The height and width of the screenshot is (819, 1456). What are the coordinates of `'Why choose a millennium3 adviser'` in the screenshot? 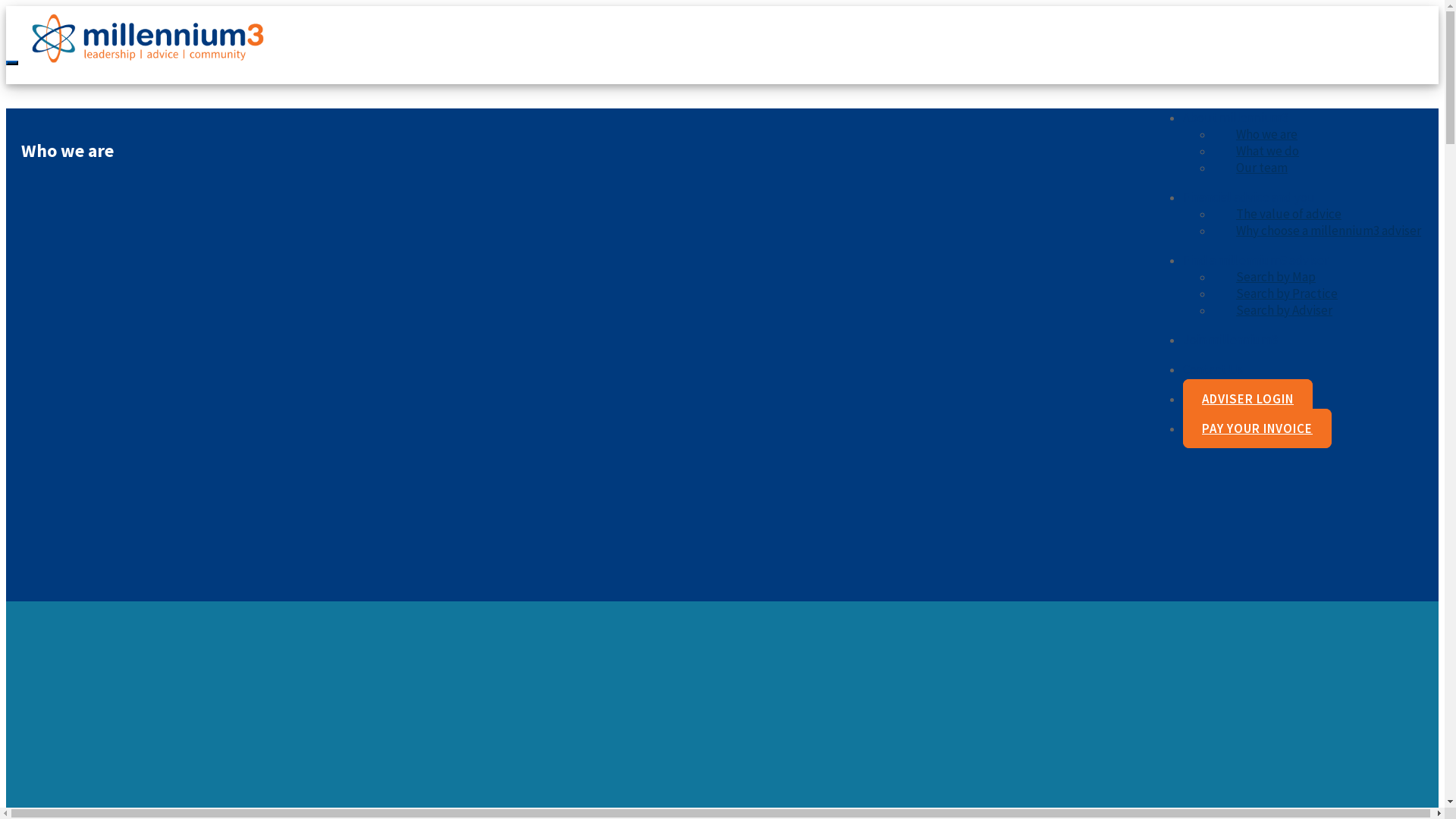 It's located at (1328, 231).